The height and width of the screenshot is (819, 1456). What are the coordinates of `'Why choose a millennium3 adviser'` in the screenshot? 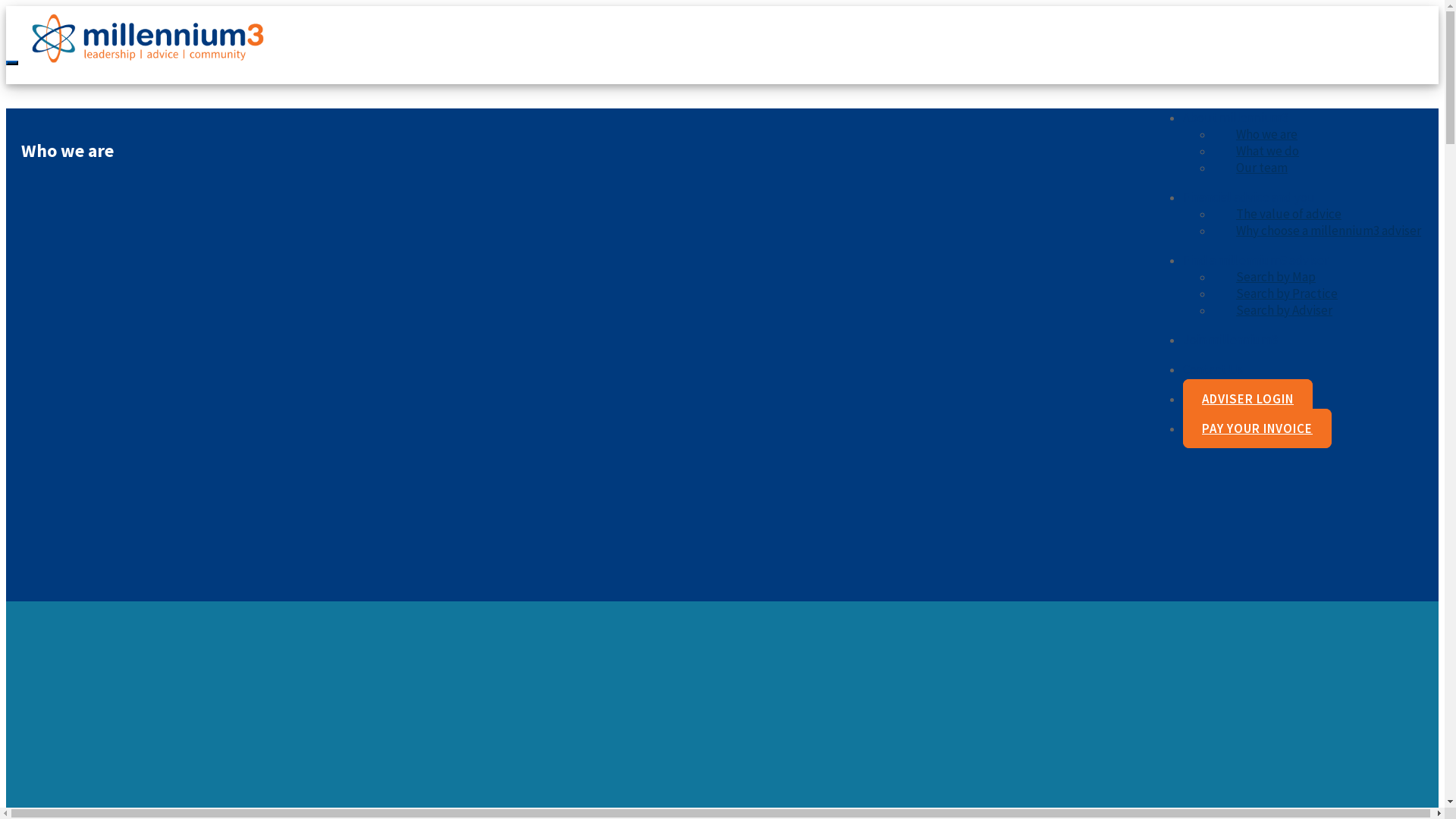 It's located at (1328, 231).